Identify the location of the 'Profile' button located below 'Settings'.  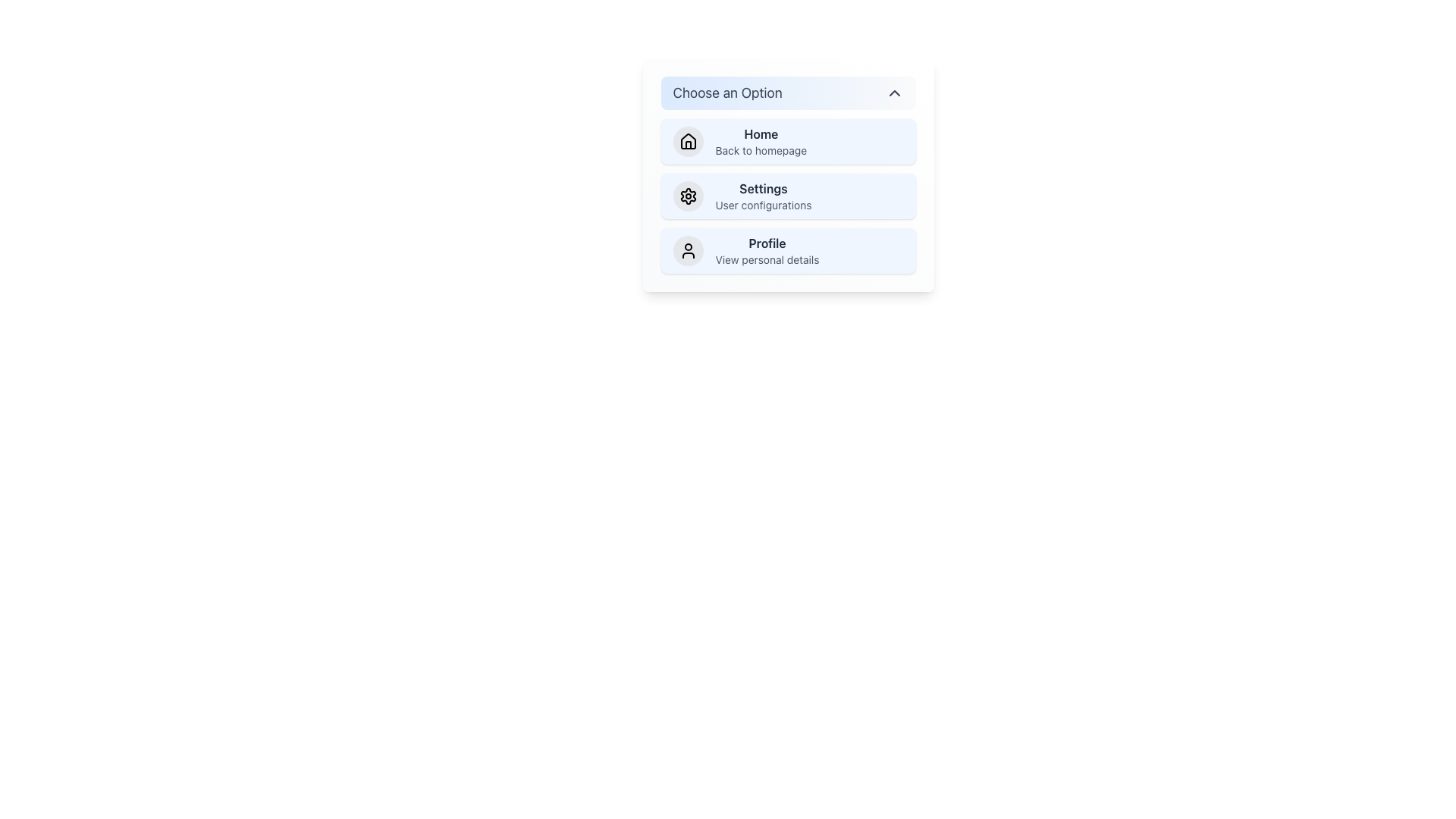
(767, 250).